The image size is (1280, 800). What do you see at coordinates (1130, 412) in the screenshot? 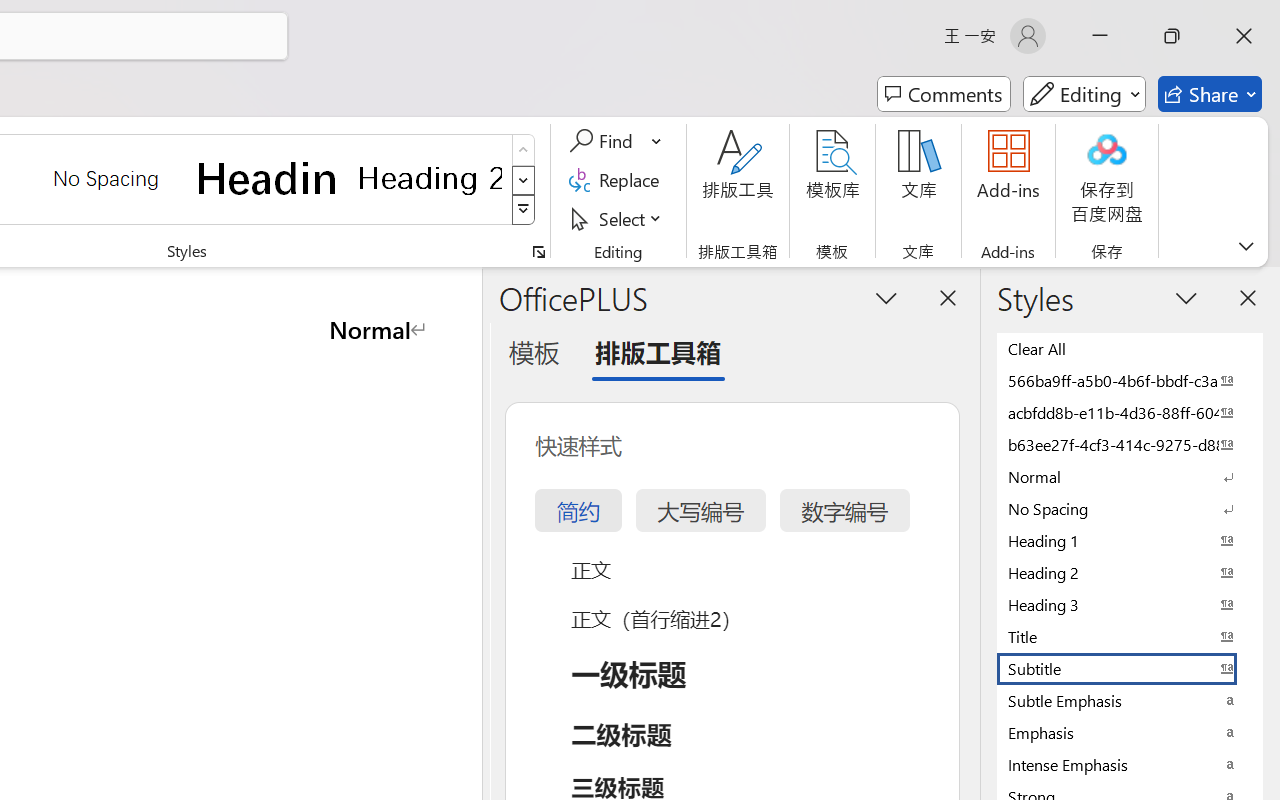
I see `'acbfdd8b-e11b-4d36-88ff-6049b138f862'` at bounding box center [1130, 412].